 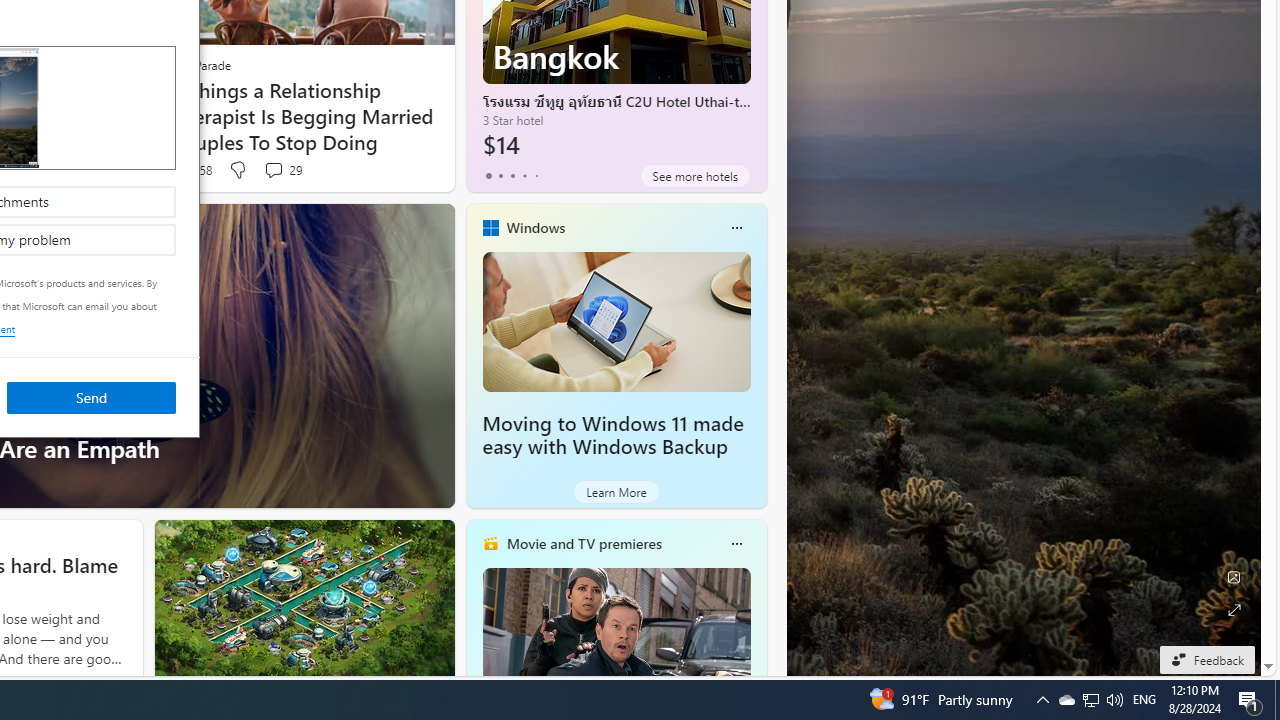 What do you see at coordinates (1113, 698) in the screenshot?
I see `'Q2790: 100%'` at bounding box center [1113, 698].